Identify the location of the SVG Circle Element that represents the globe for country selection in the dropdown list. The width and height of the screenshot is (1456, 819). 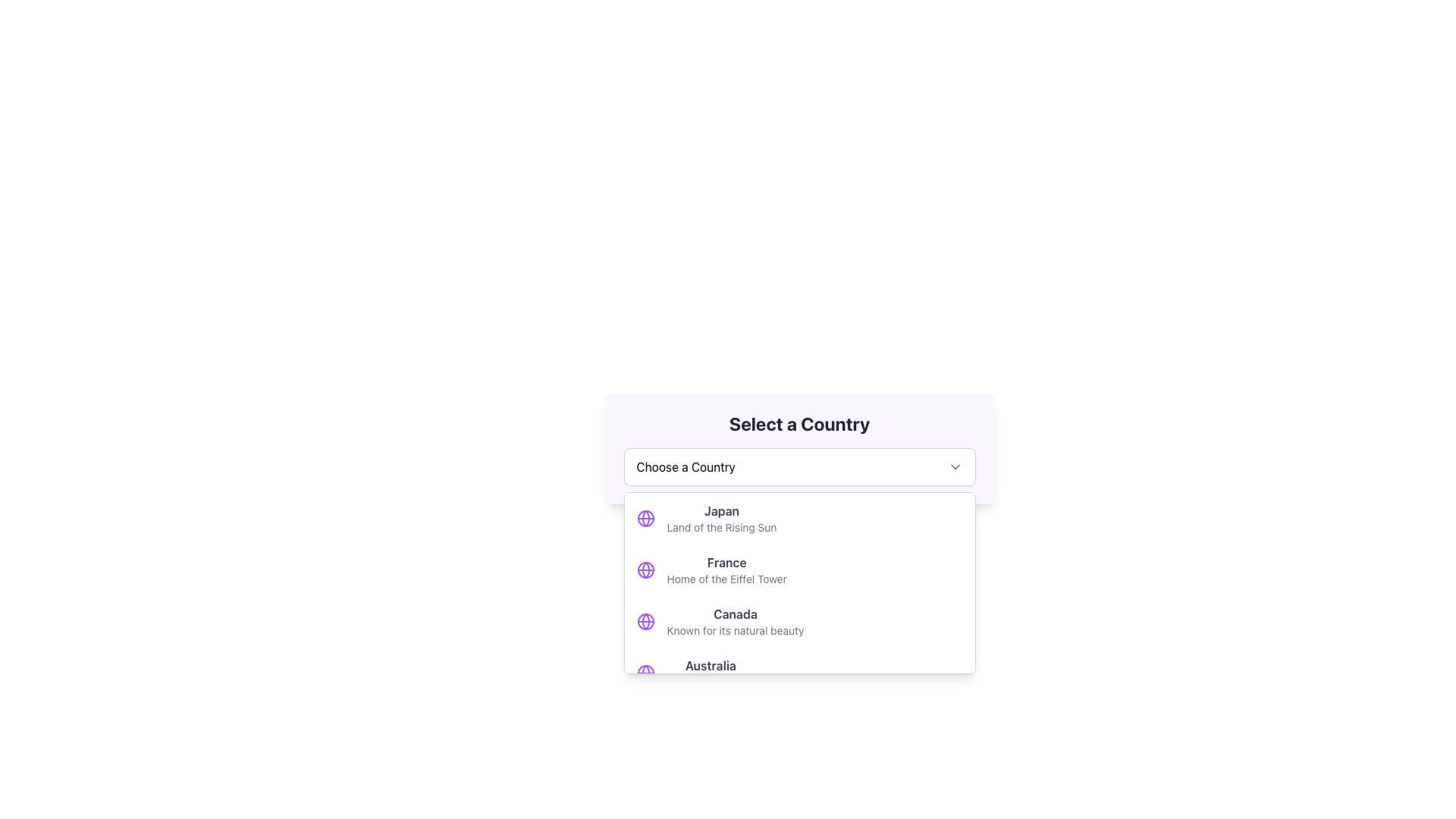
(645, 570).